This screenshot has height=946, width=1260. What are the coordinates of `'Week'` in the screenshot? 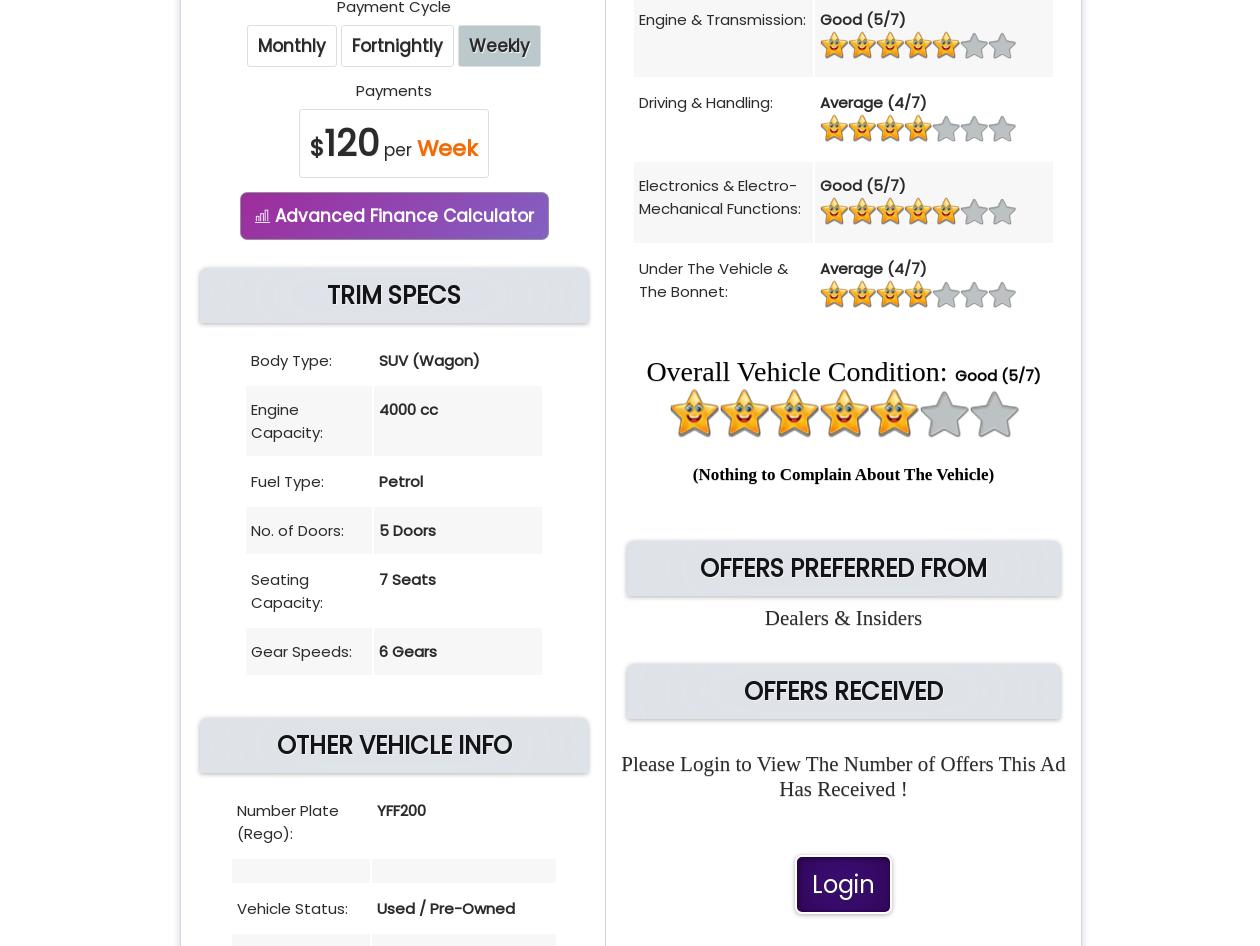 It's located at (447, 147).